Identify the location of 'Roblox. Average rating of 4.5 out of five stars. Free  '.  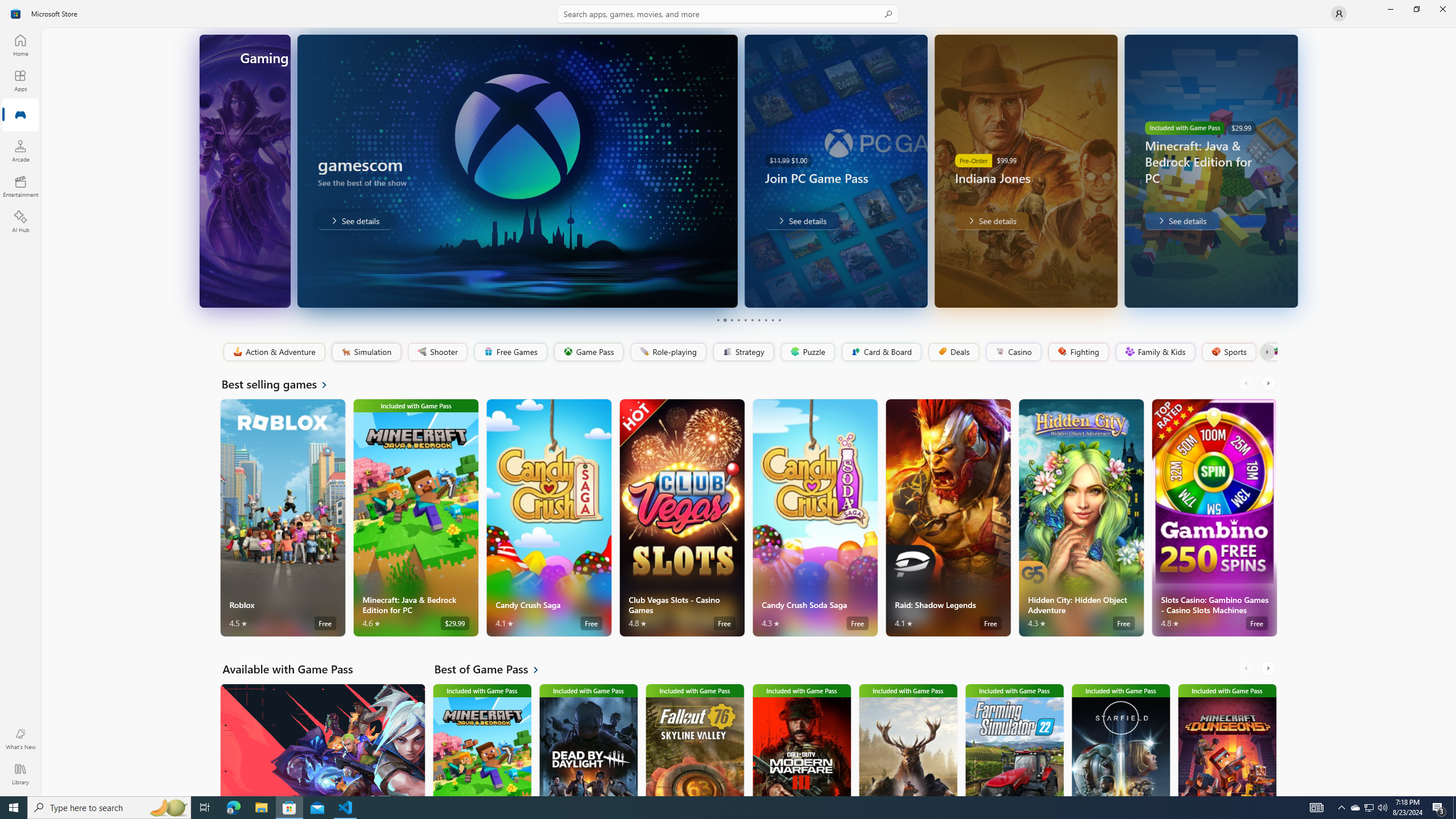
(283, 517).